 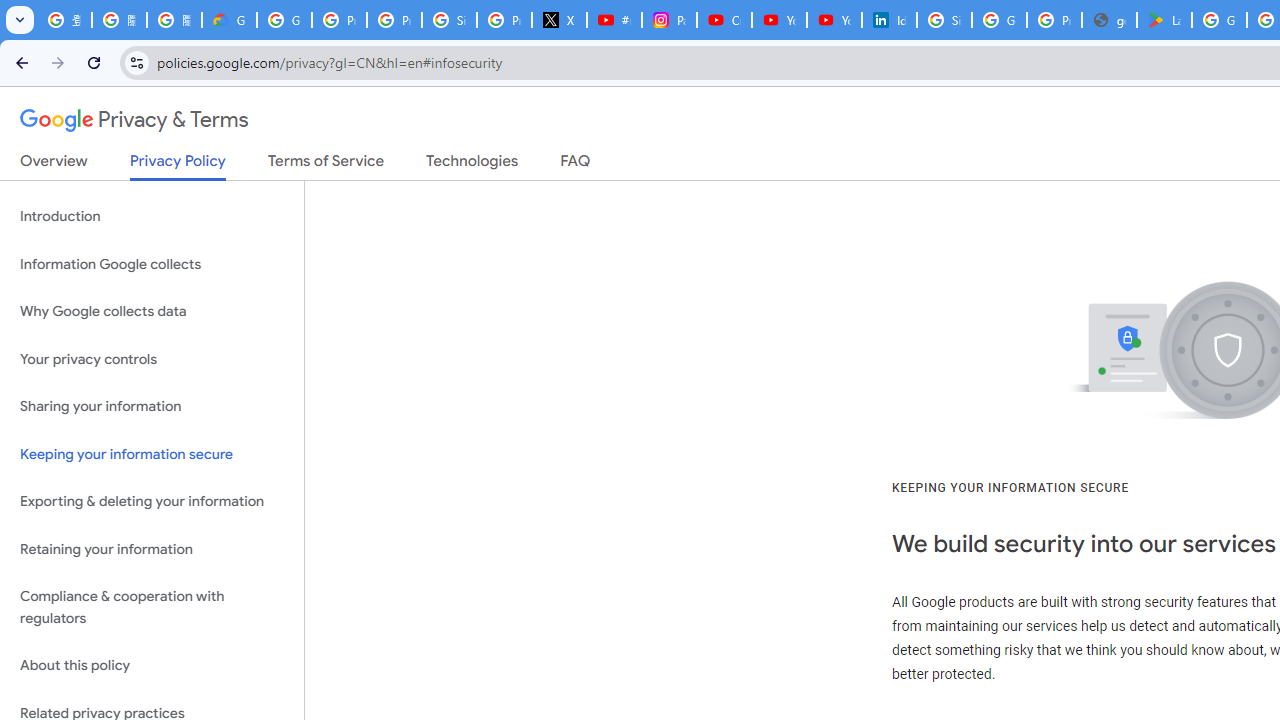 I want to click on 'Identity verification via Persona | LinkedIn Help', so click(x=887, y=20).